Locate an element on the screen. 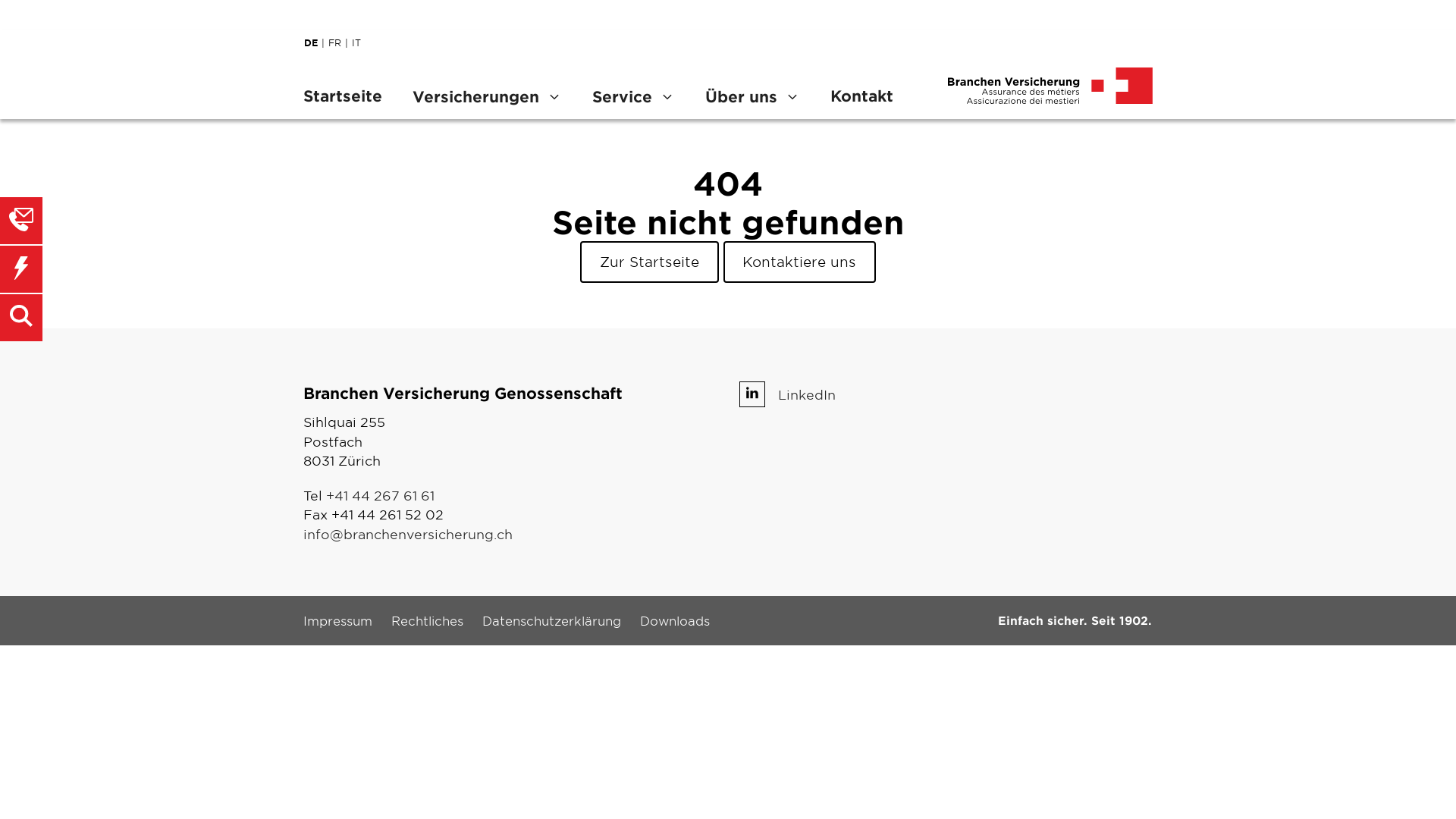 This screenshot has height=819, width=1456. 'DE' is located at coordinates (315, 42).